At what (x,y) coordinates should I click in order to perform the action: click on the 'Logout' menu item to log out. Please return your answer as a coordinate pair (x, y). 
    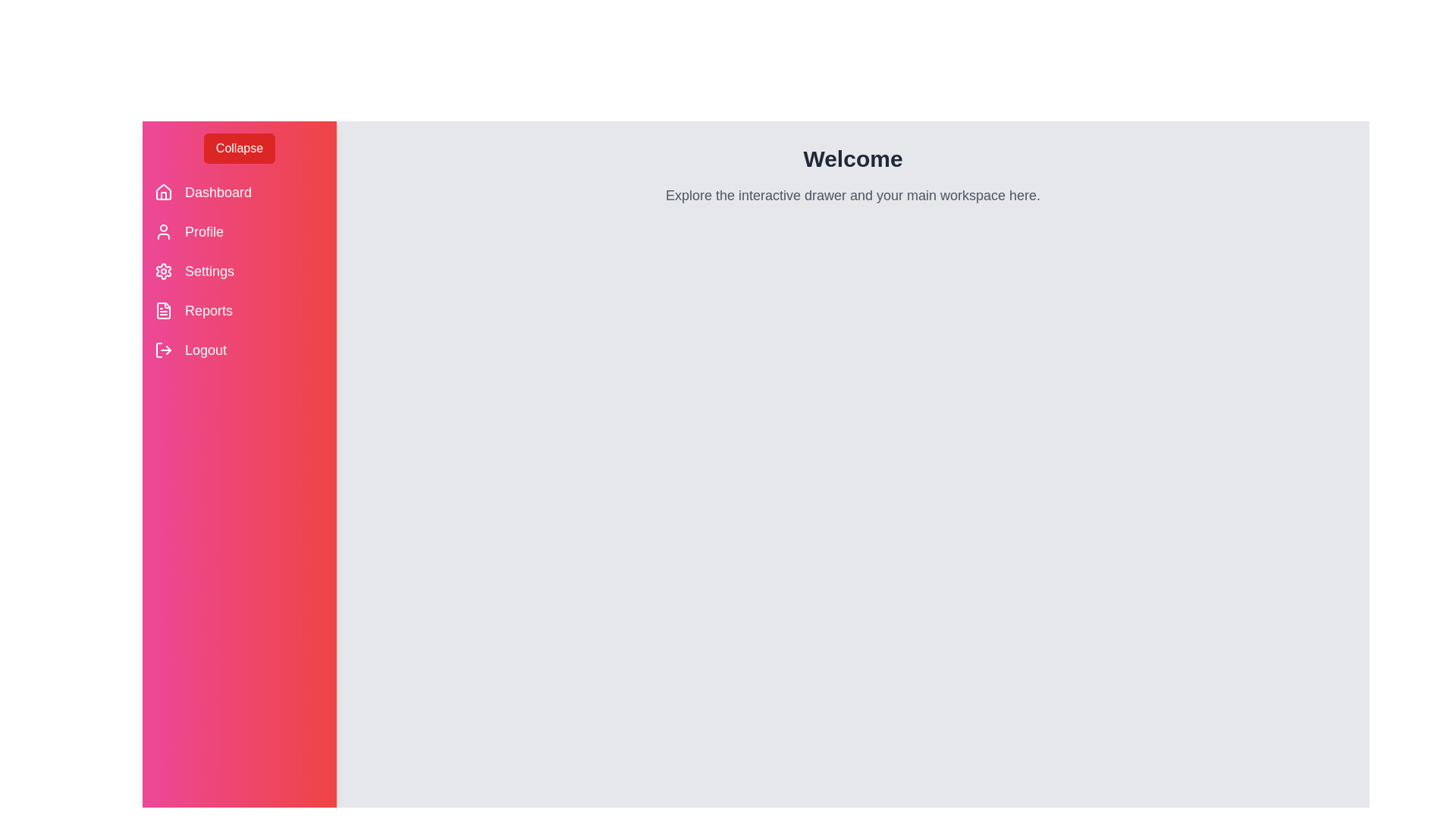
    Looking at the image, I should click on (239, 350).